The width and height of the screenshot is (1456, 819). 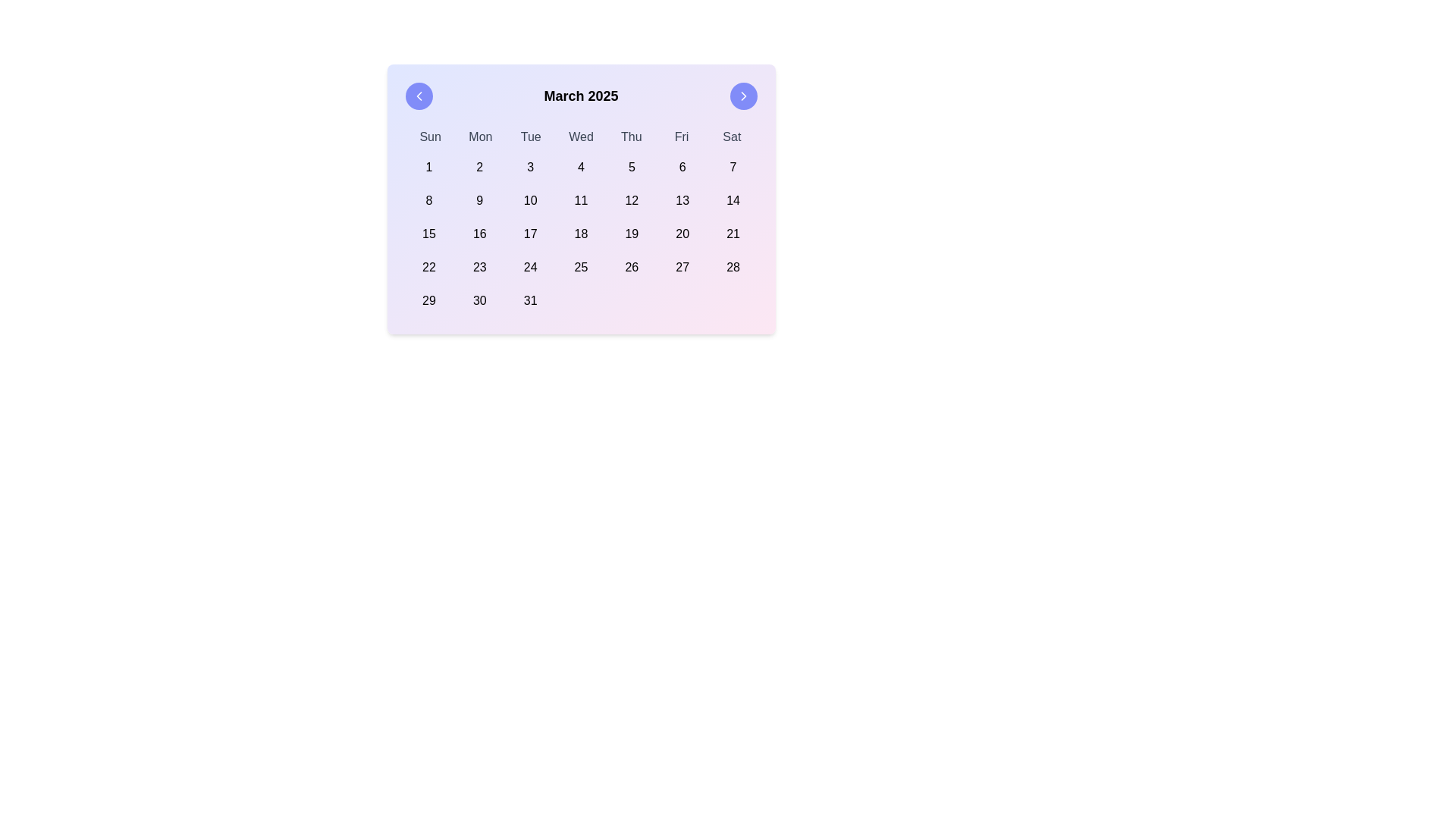 What do you see at coordinates (580, 234) in the screenshot?
I see `the button located in the third row and fourth column of the calendar grid` at bounding box center [580, 234].